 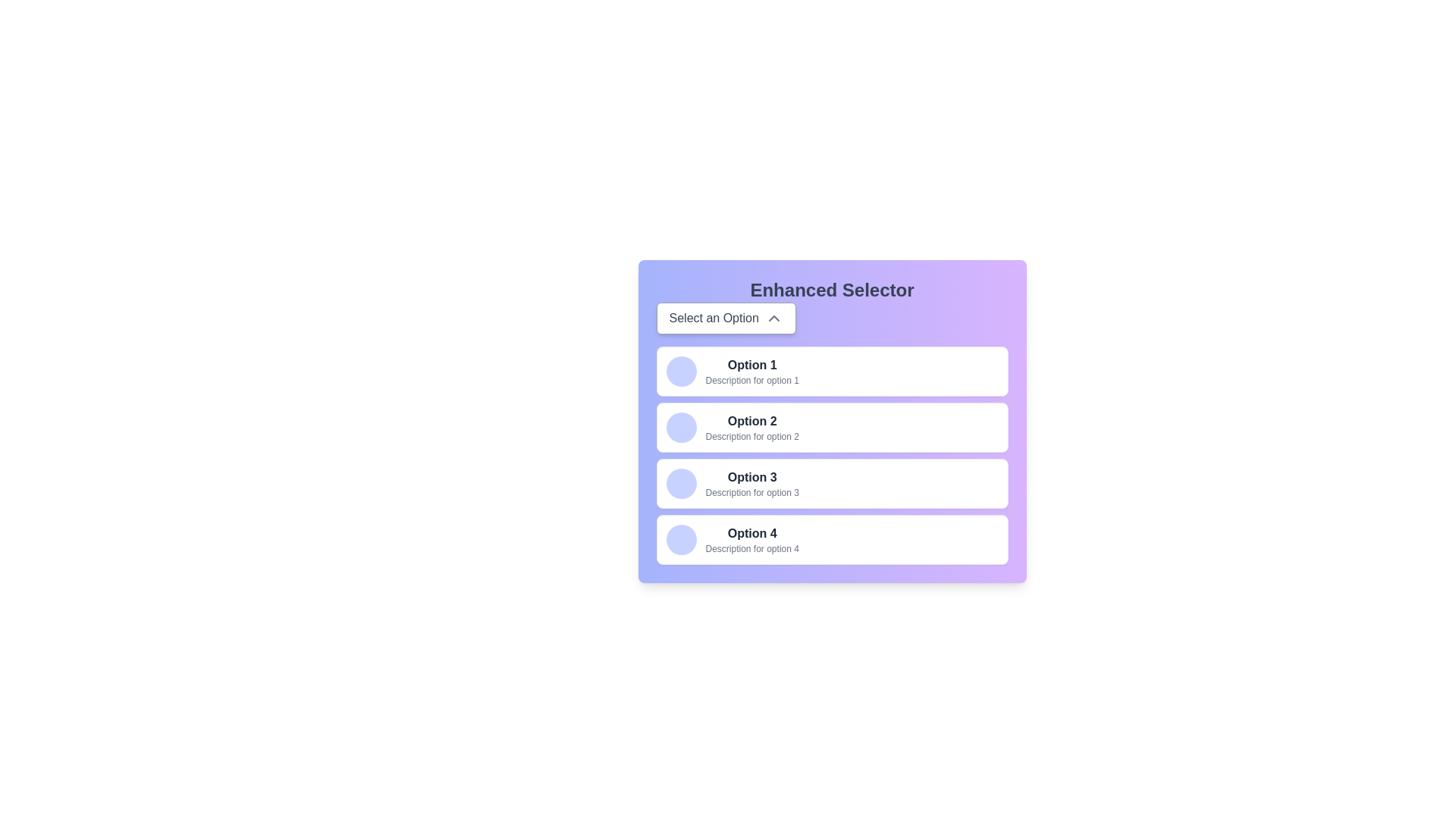 I want to click on the third selectable card labeled 'Option 3' within the 'Enhanced Selector' list, so click(x=831, y=483).